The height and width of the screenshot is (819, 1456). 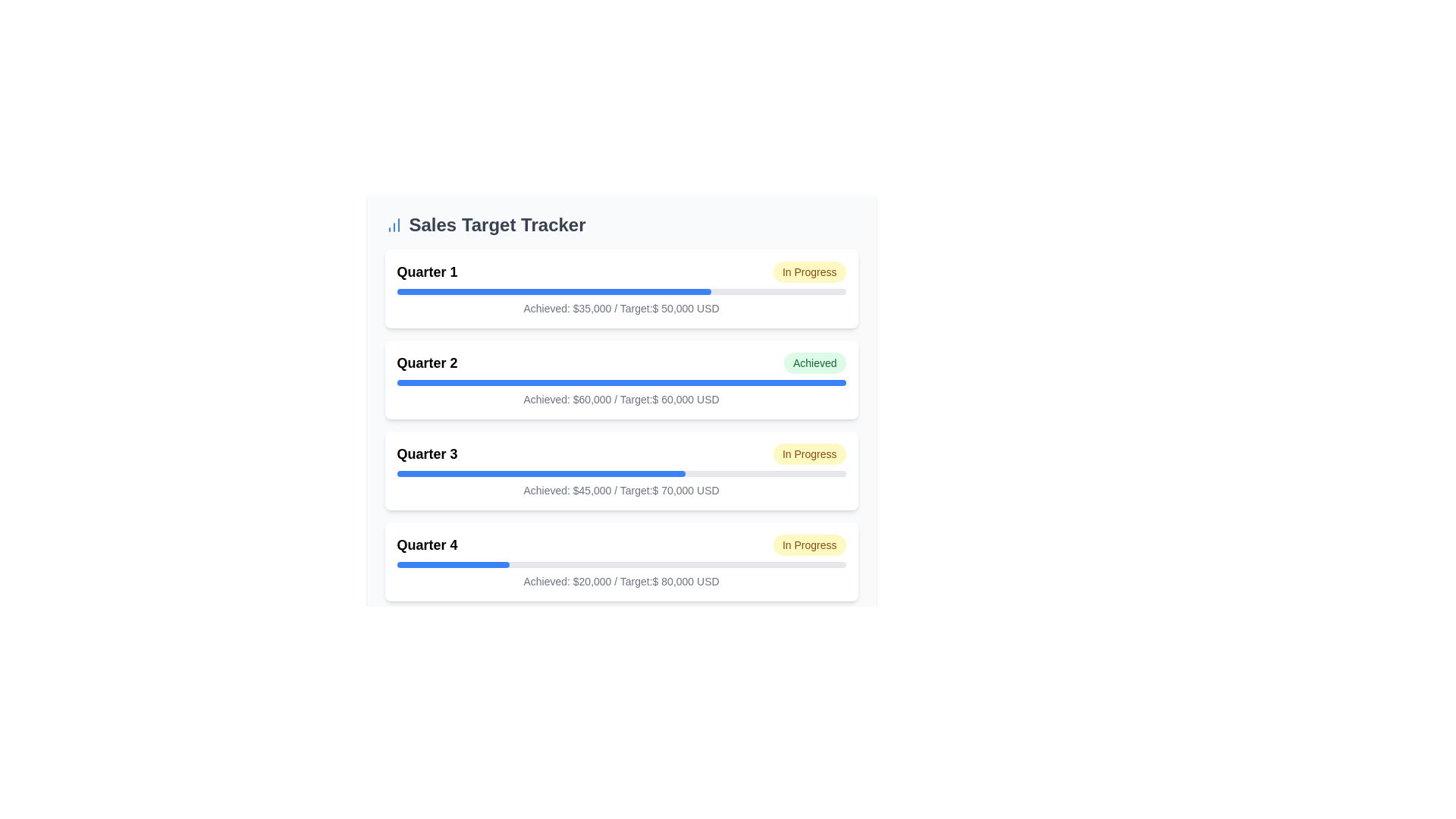 I want to click on the non-interactive Text Label that displays information about the achieved versus targeted financial goal, located beneath the progress bar in the Quarter 4 section, so click(x=621, y=581).